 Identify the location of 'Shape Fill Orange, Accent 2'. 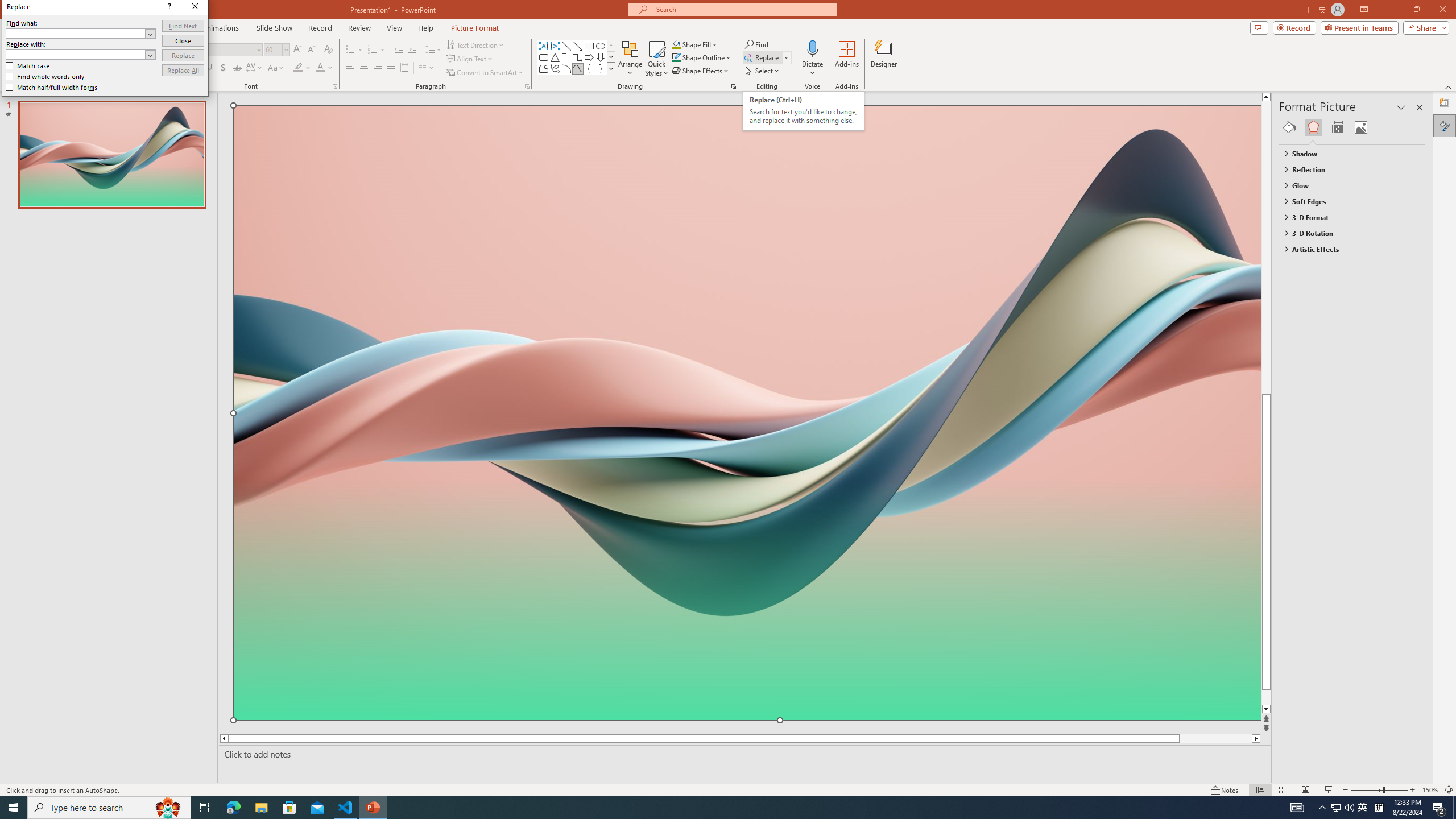
(676, 44).